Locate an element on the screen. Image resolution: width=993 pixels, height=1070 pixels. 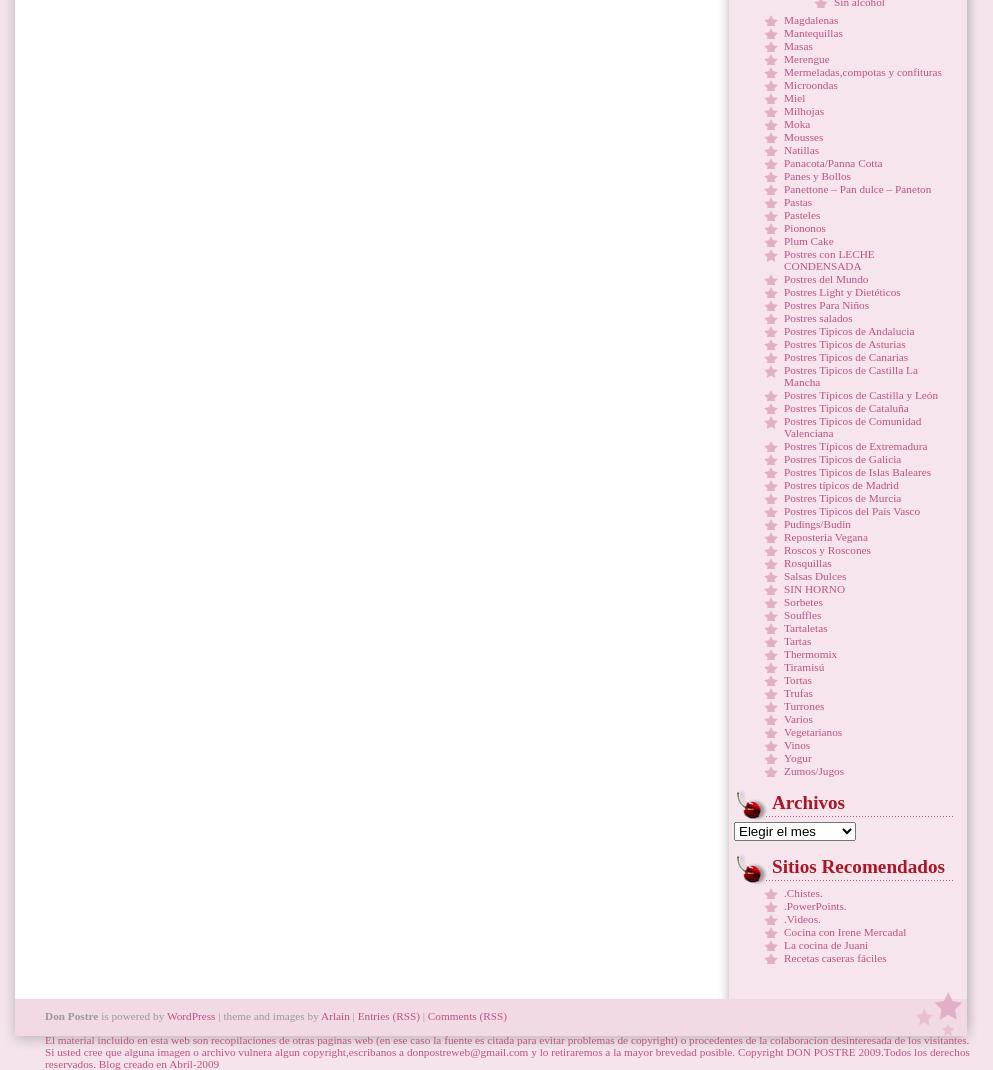
'Postres Tipicos de Comunidad Valenciana' is located at coordinates (851, 426).